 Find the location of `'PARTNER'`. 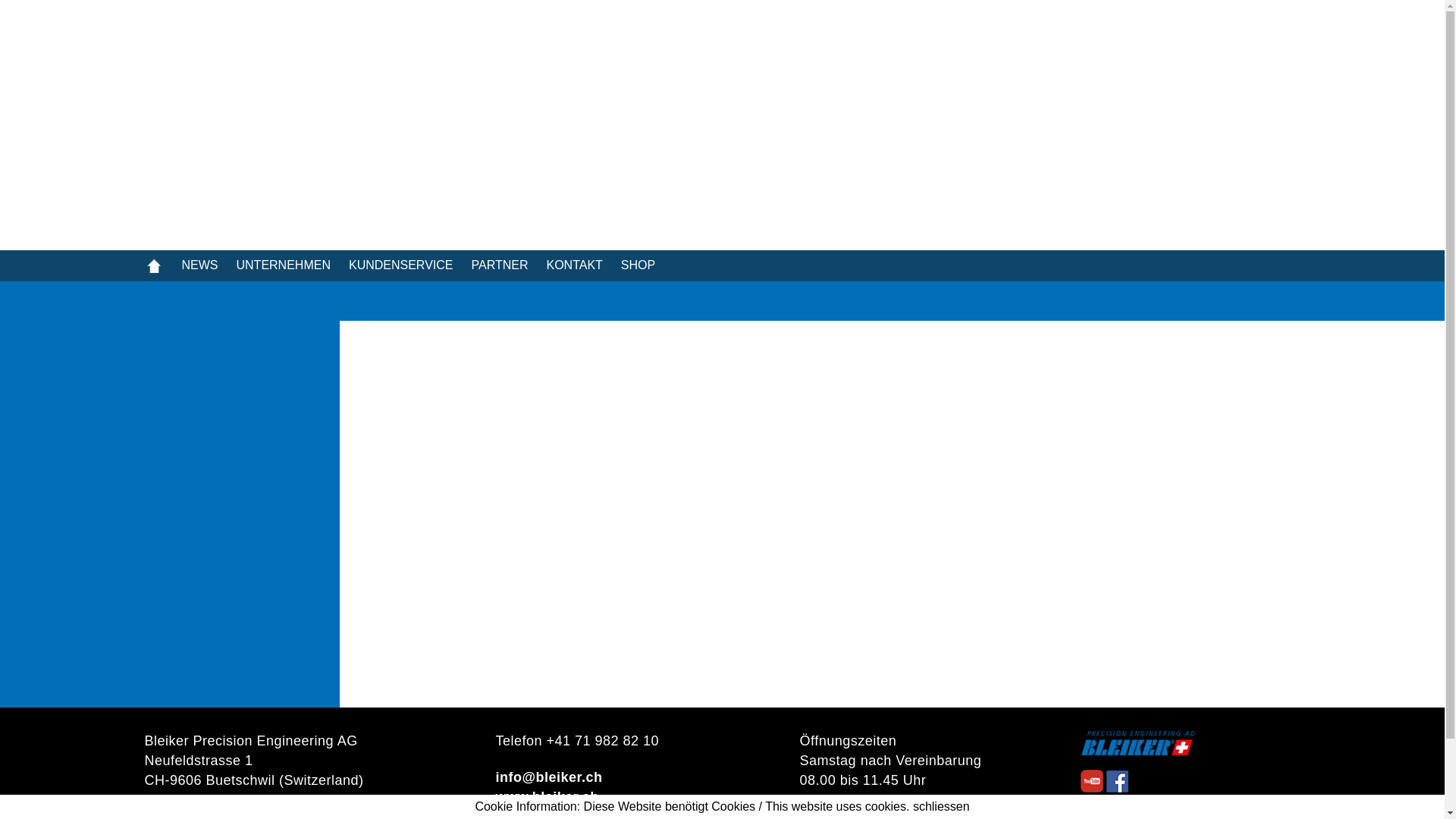

'PARTNER' is located at coordinates (508, 264).